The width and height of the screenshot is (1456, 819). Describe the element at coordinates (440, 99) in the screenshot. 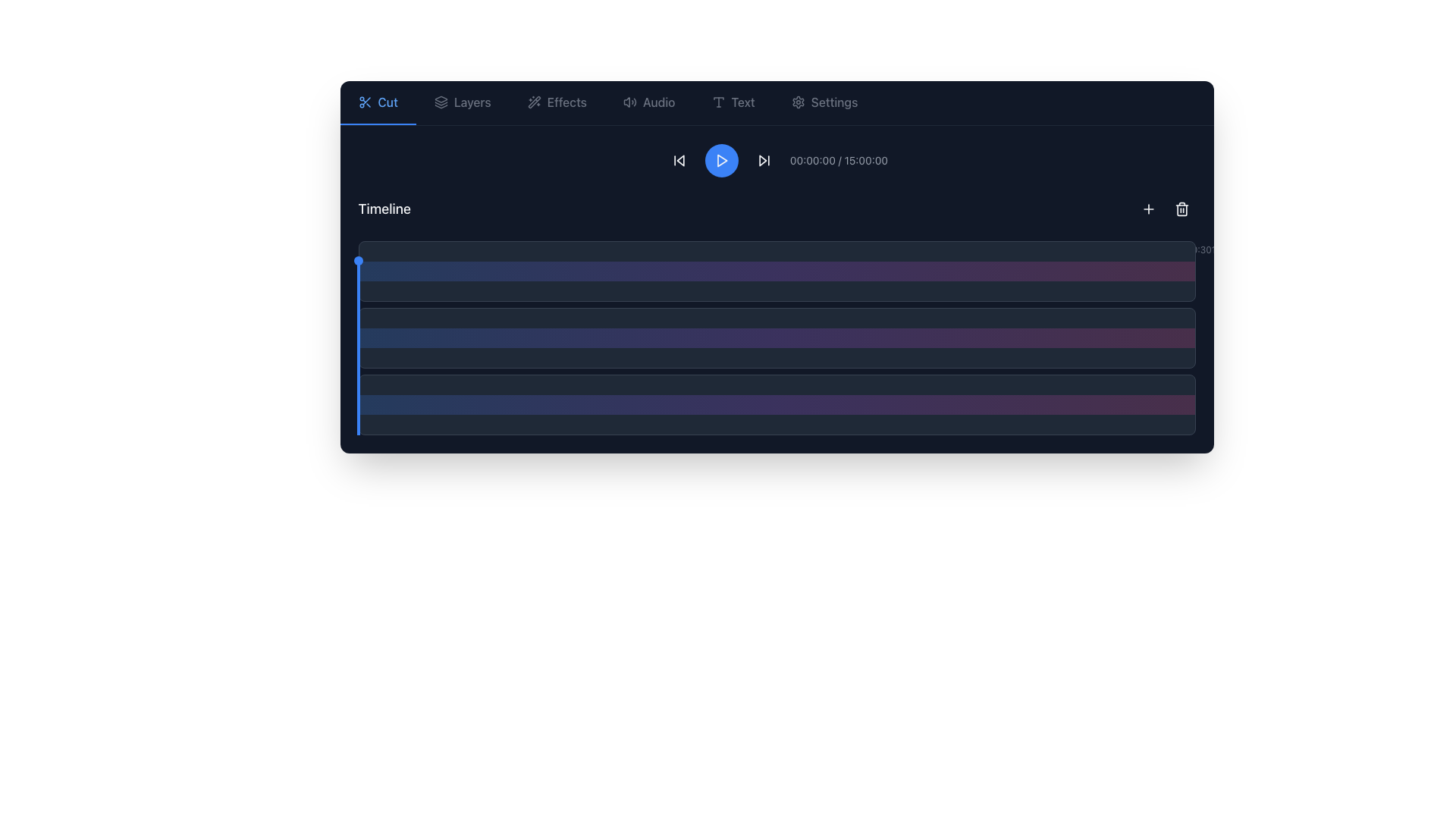

I see `the topmost layer icon related to layers or stacking functionality in the top navigation menu` at that location.